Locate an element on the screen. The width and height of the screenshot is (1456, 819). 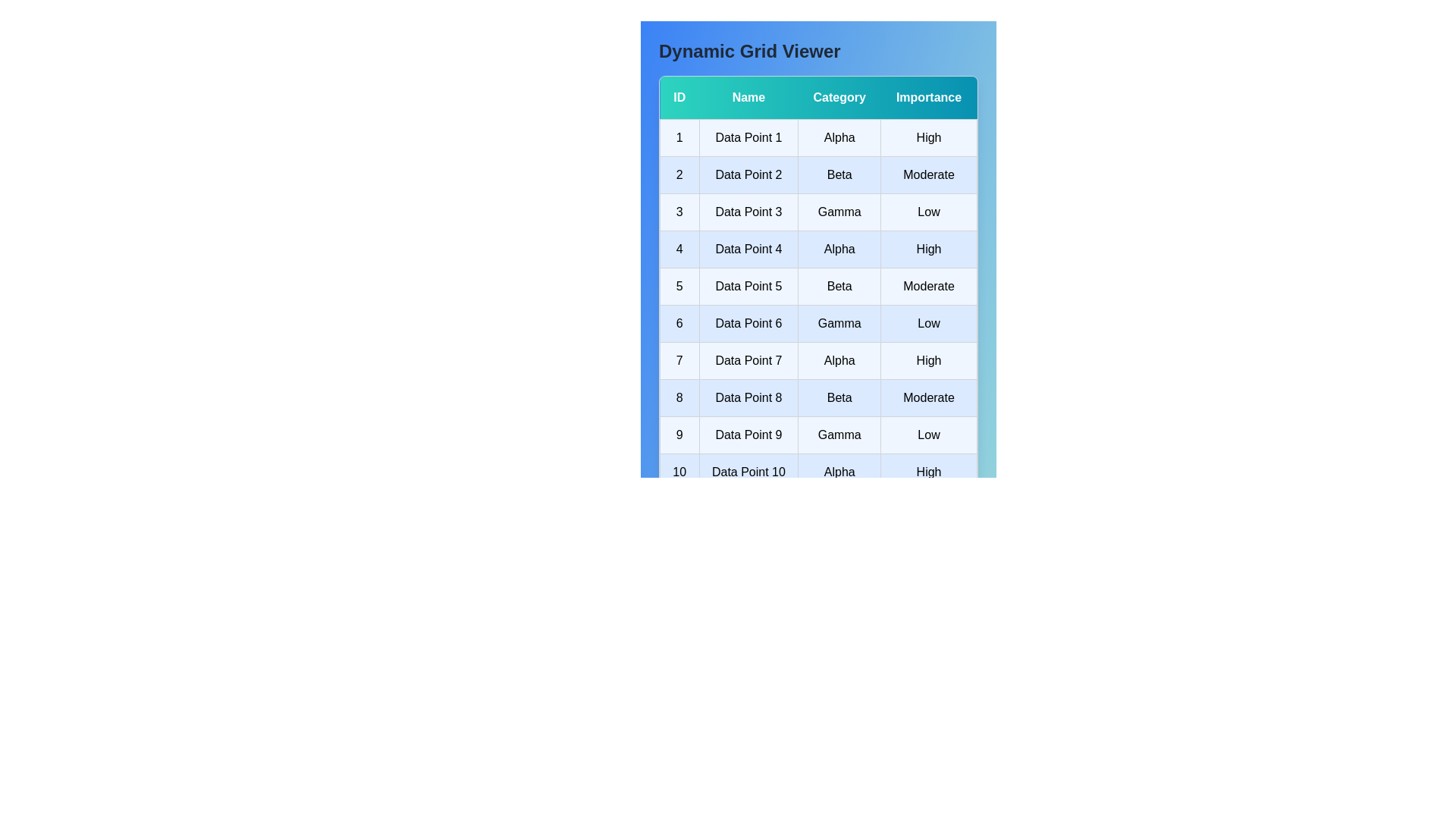
the header labeled 'Importance' to sort the table by the corresponding column is located at coordinates (927, 98).